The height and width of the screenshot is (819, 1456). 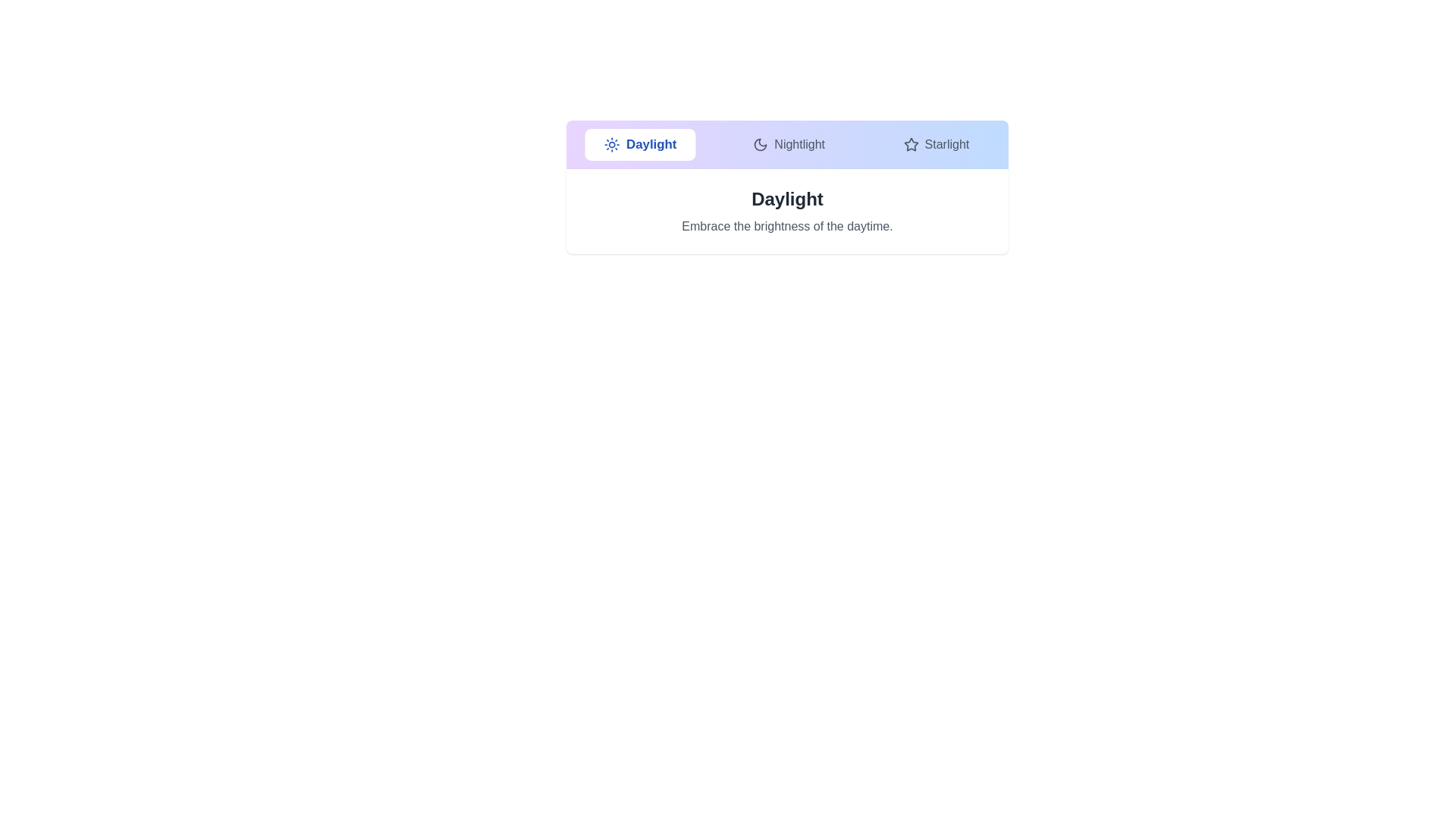 What do you see at coordinates (789, 145) in the screenshot?
I see `the tab labeled Nightlight` at bounding box center [789, 145].